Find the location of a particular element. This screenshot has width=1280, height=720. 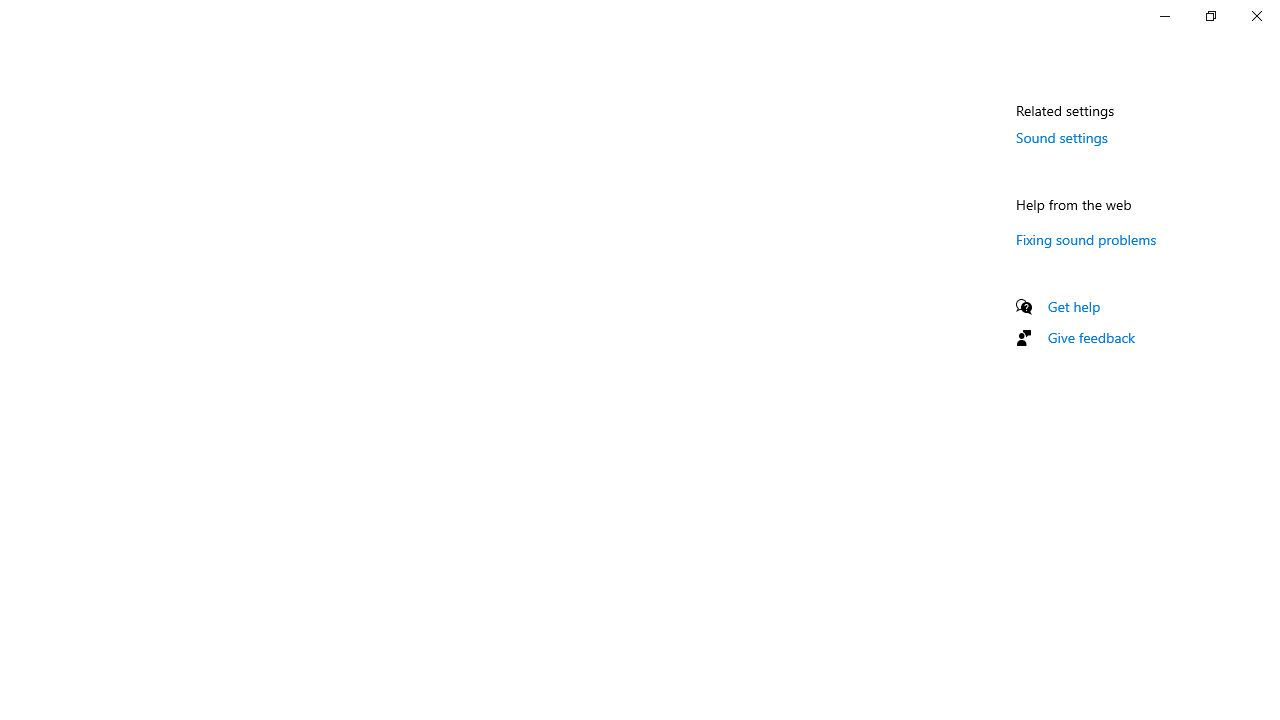

'Sound settings' is located at coordinates (1061, 136).